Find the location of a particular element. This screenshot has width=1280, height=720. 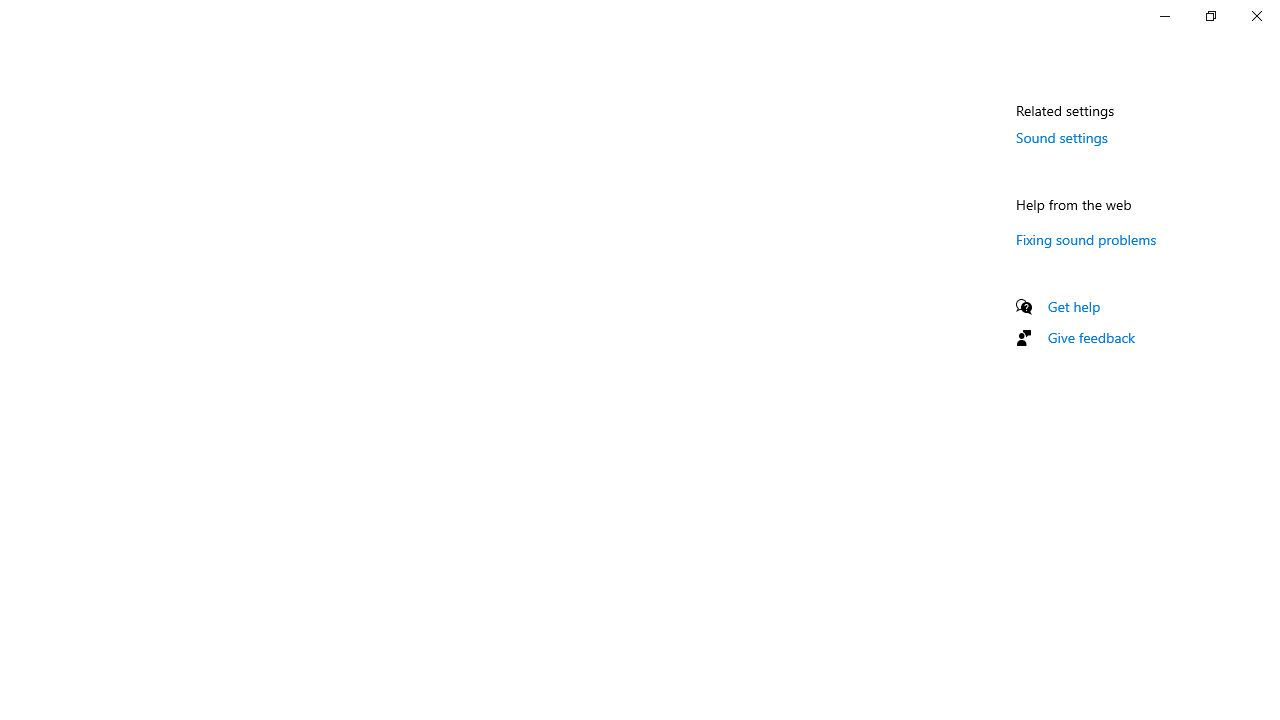

'Sound settings' is located at coordinates (1061, 136).